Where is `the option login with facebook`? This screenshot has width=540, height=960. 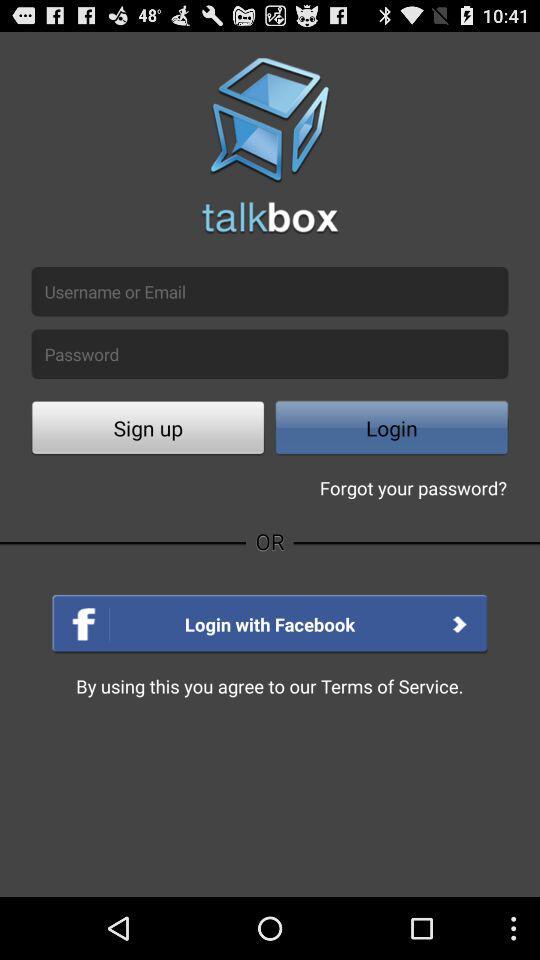
the option login with facebook is located at coordinates (270, 623).